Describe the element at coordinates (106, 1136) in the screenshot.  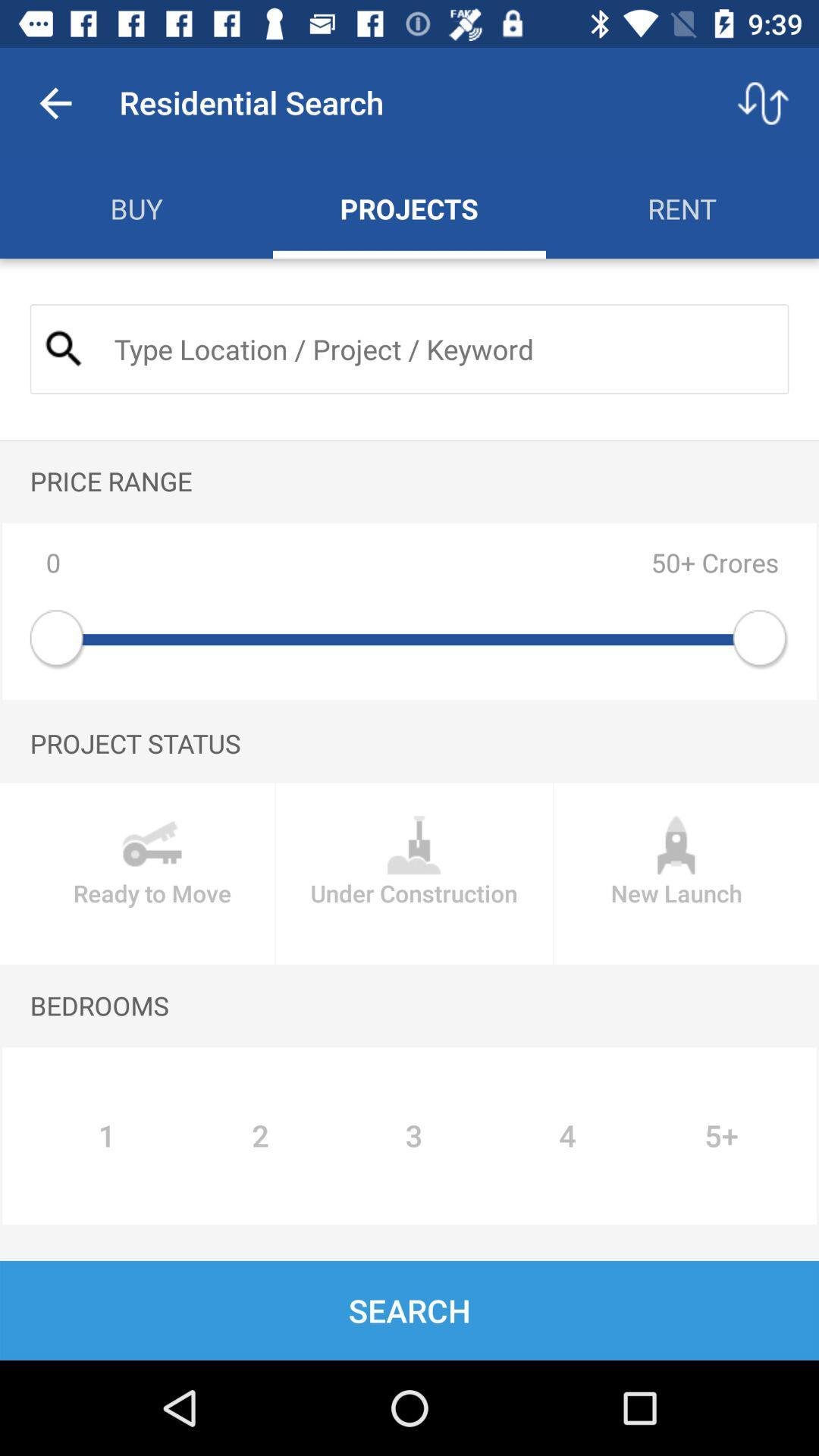
I see `the icon below the bedrooms icon` at that location.